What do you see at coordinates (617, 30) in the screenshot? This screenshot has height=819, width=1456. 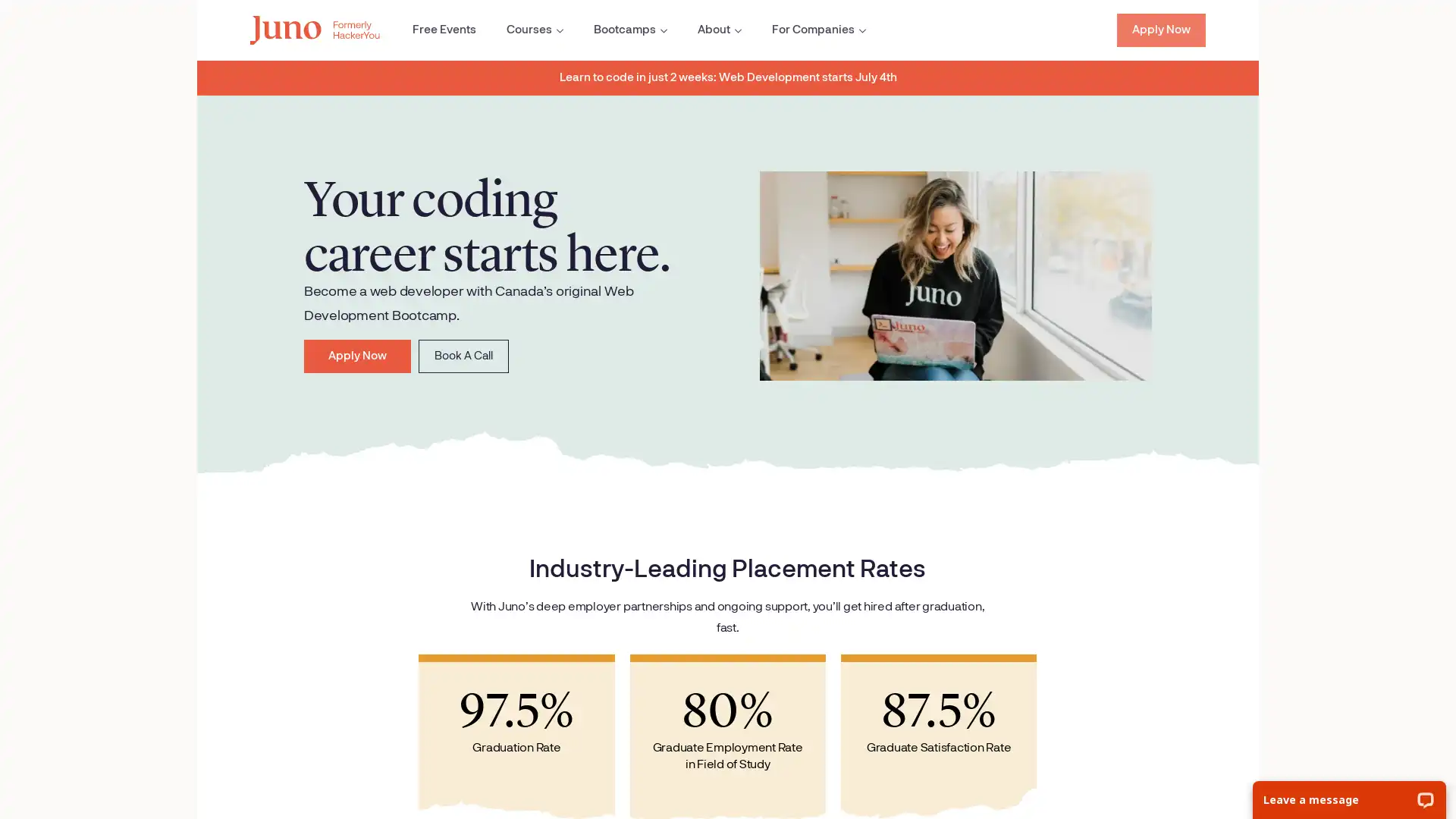 I see `Open the Bootcamps sub menu.` at bounding box center [617, 30].